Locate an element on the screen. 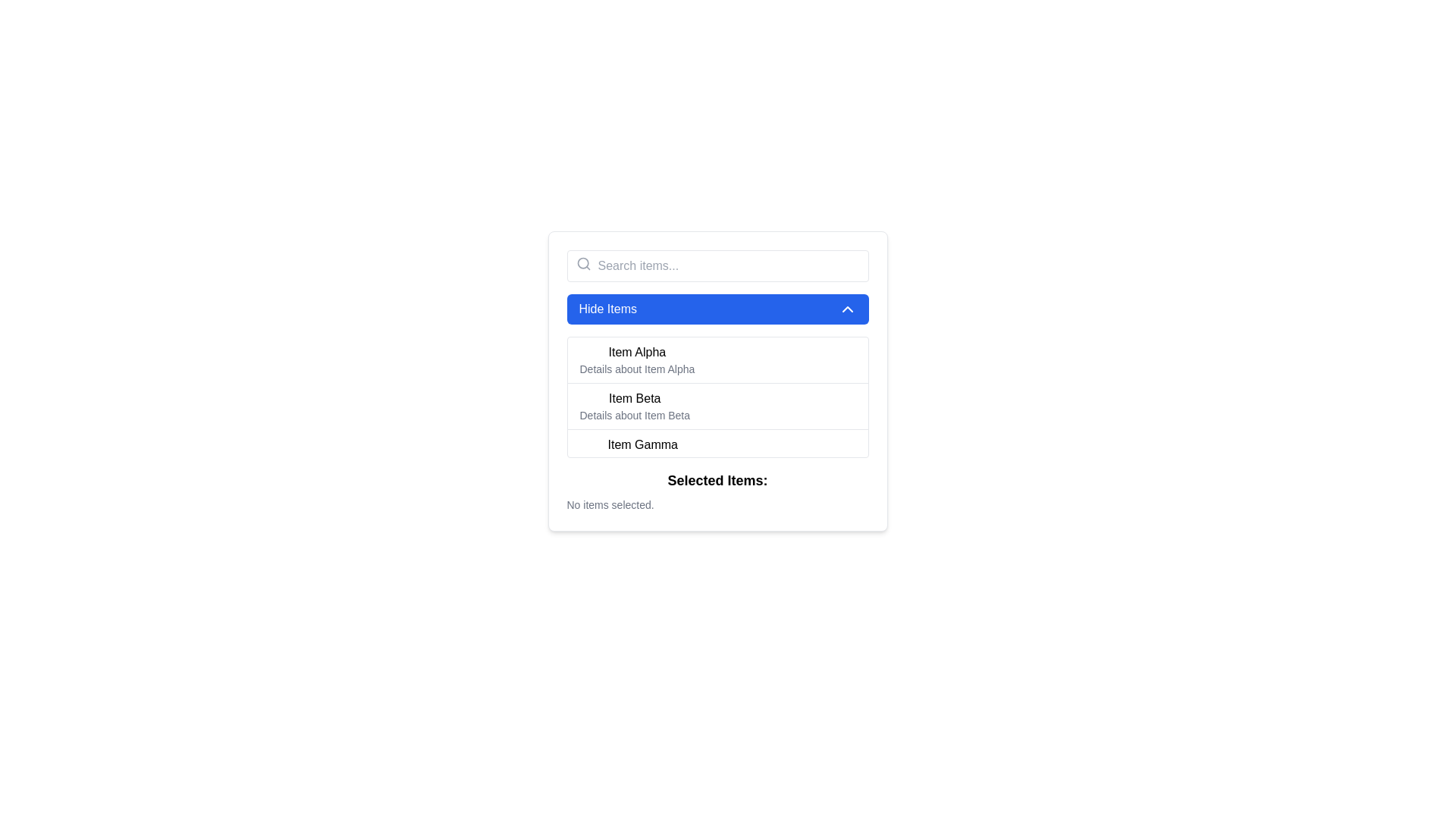 The image size is (1456, 819). the up-pointing chevron icon located at the far right of the blue button labeled 'Hide Items' is located at coordinates (846, 309).